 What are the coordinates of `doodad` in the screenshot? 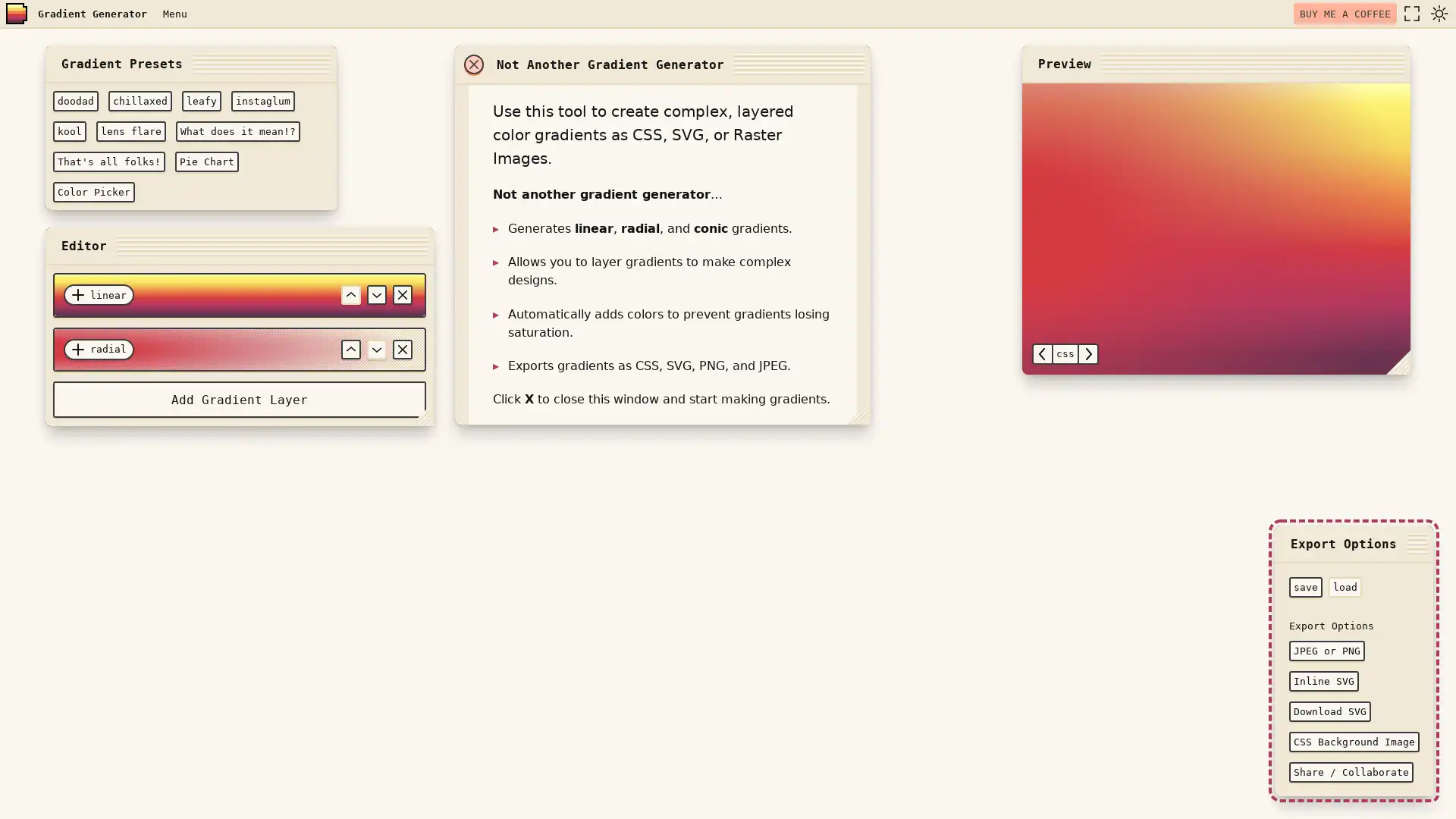 It's located at (75, 101).